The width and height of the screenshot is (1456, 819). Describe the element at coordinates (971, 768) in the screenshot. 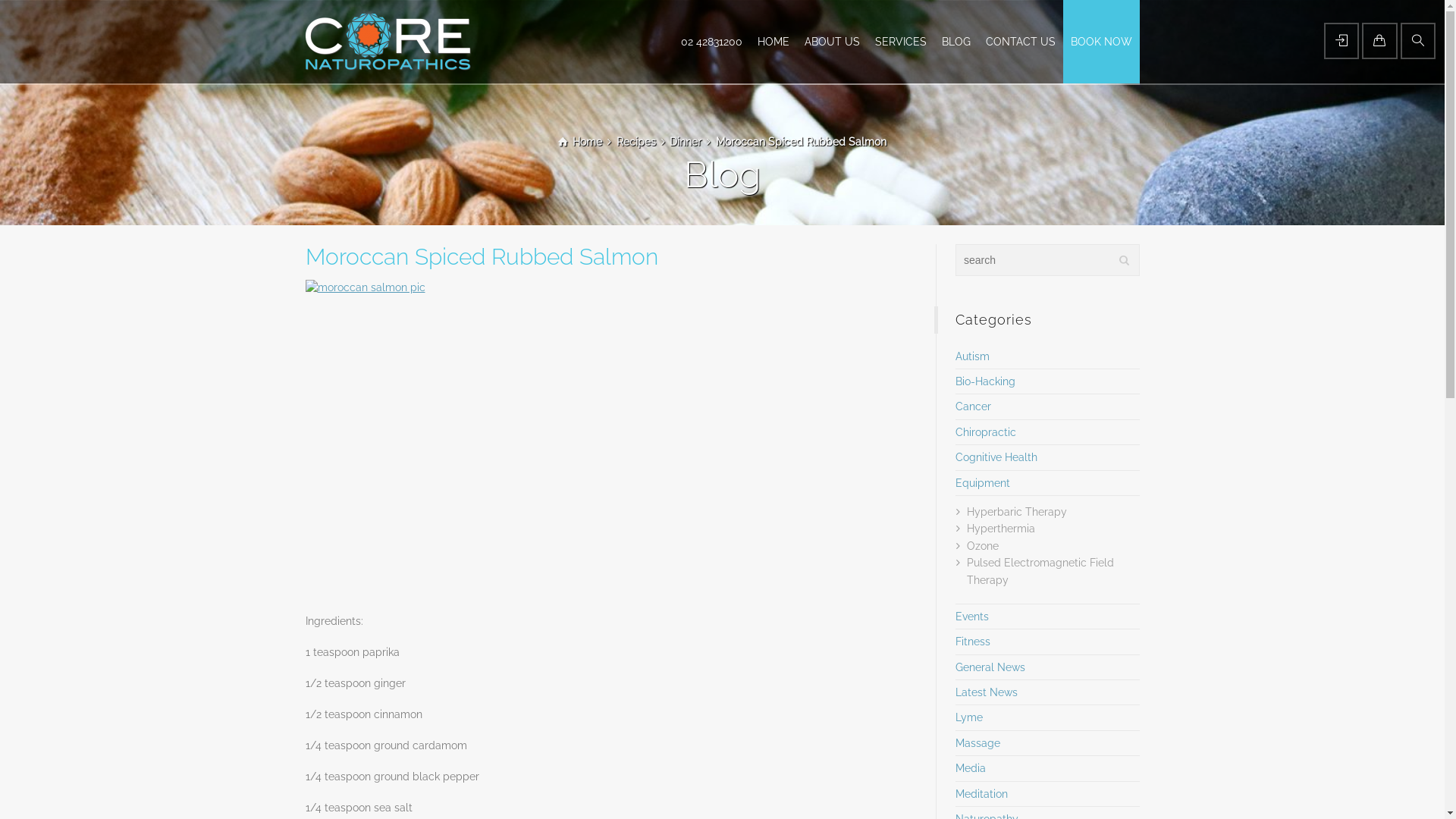

I see `'Media'` at that location.